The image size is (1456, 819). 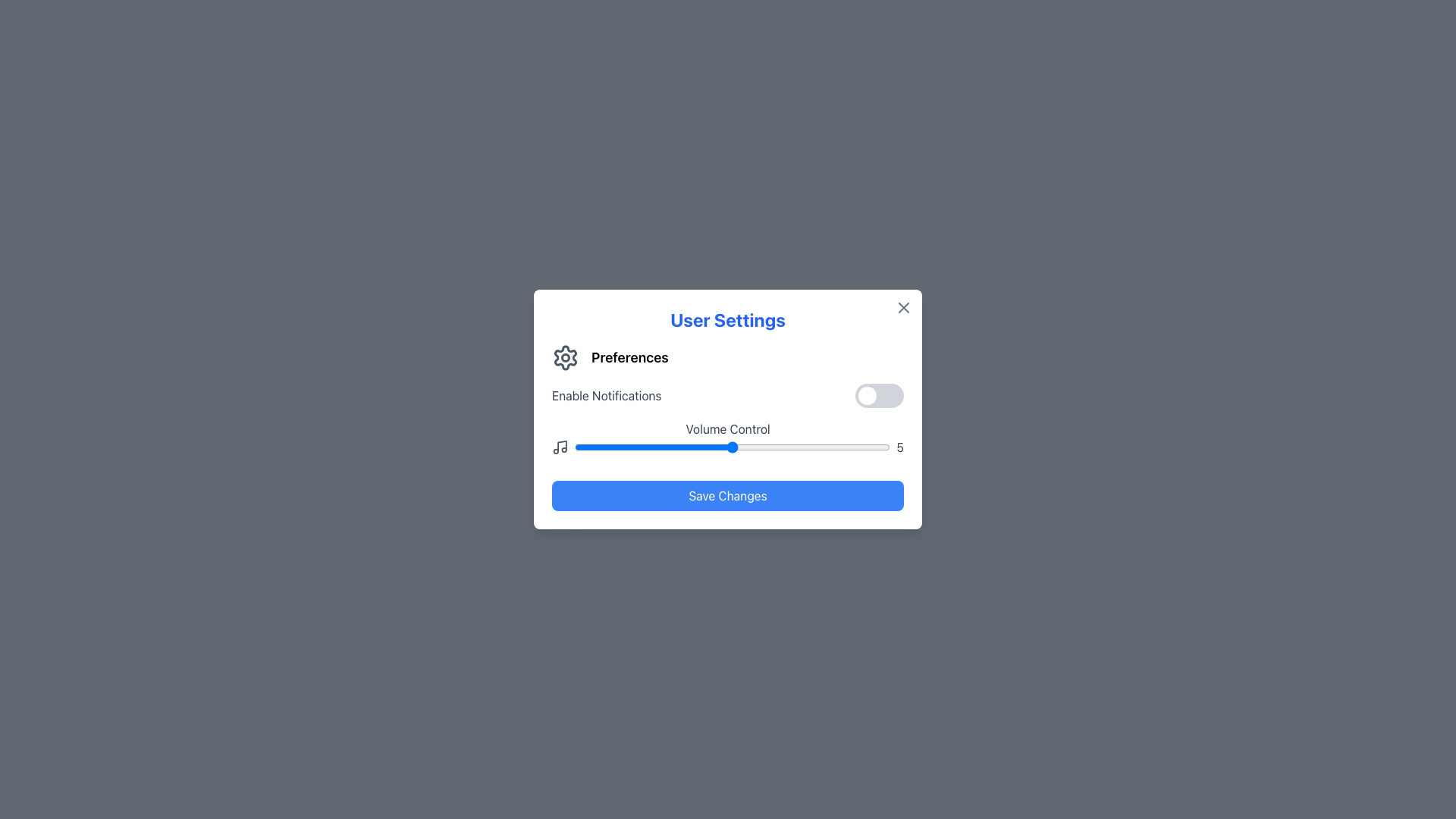 What do you see at coordinates (668, 447) in the screenshot?
I see `the volume` at bounding box center [668, 447].